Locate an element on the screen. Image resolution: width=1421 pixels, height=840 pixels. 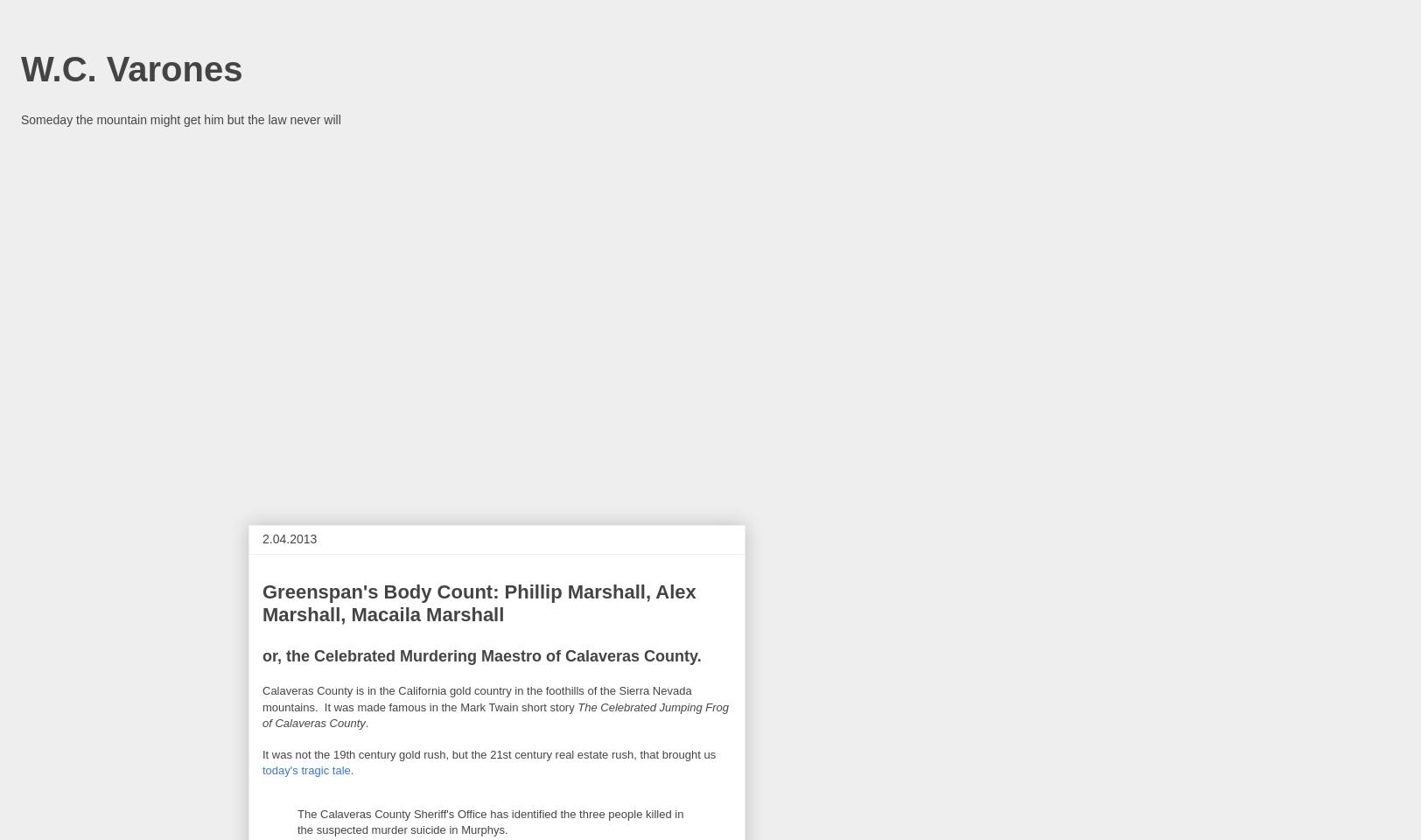
'W.C. Varones' is located at coordinates (131, 68).